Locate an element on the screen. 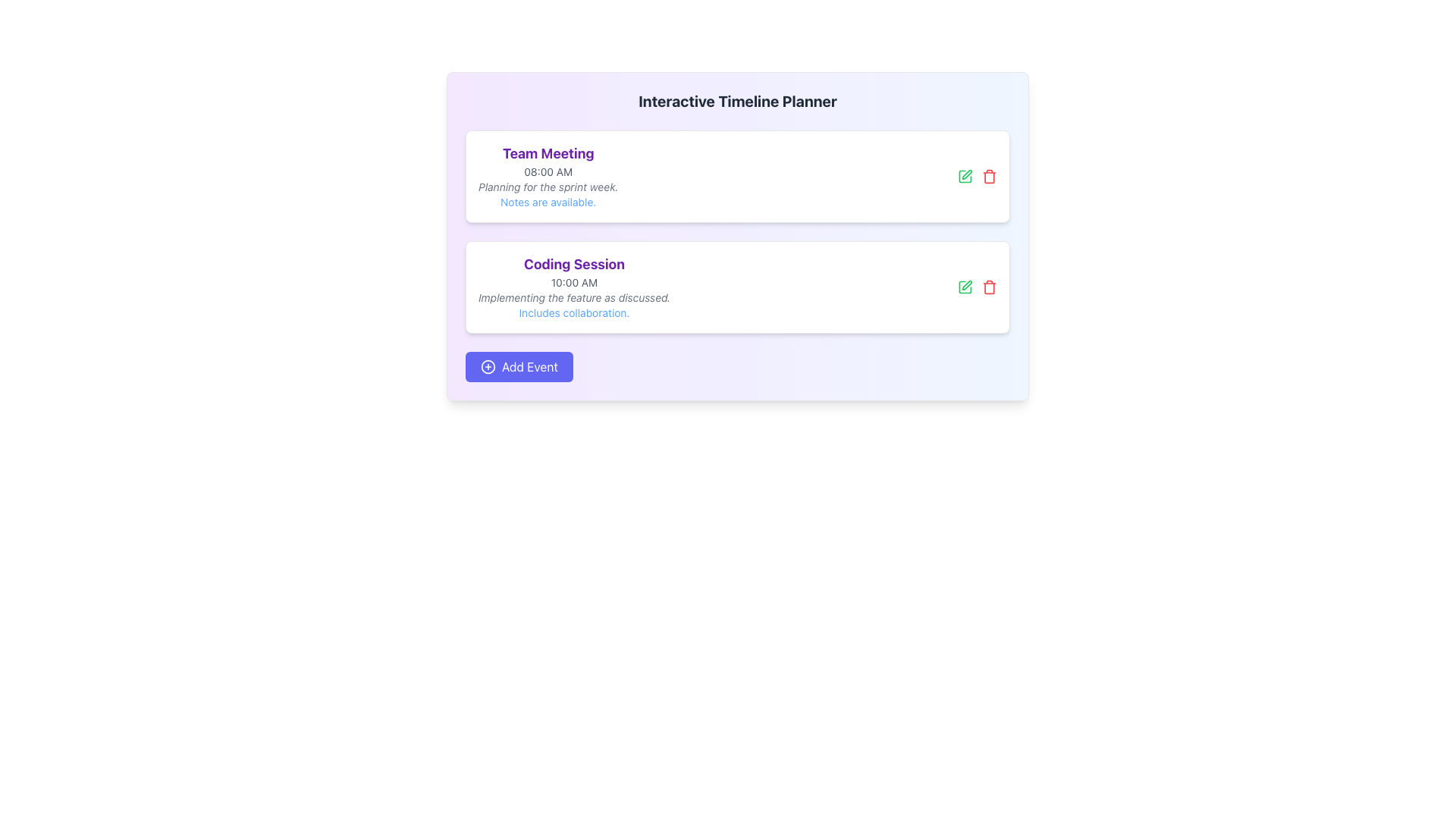 The width and height of the screenshot is (1456, 819). the Informational Text Block titled 'Team Meeting' is located at coordinates (548, 175).